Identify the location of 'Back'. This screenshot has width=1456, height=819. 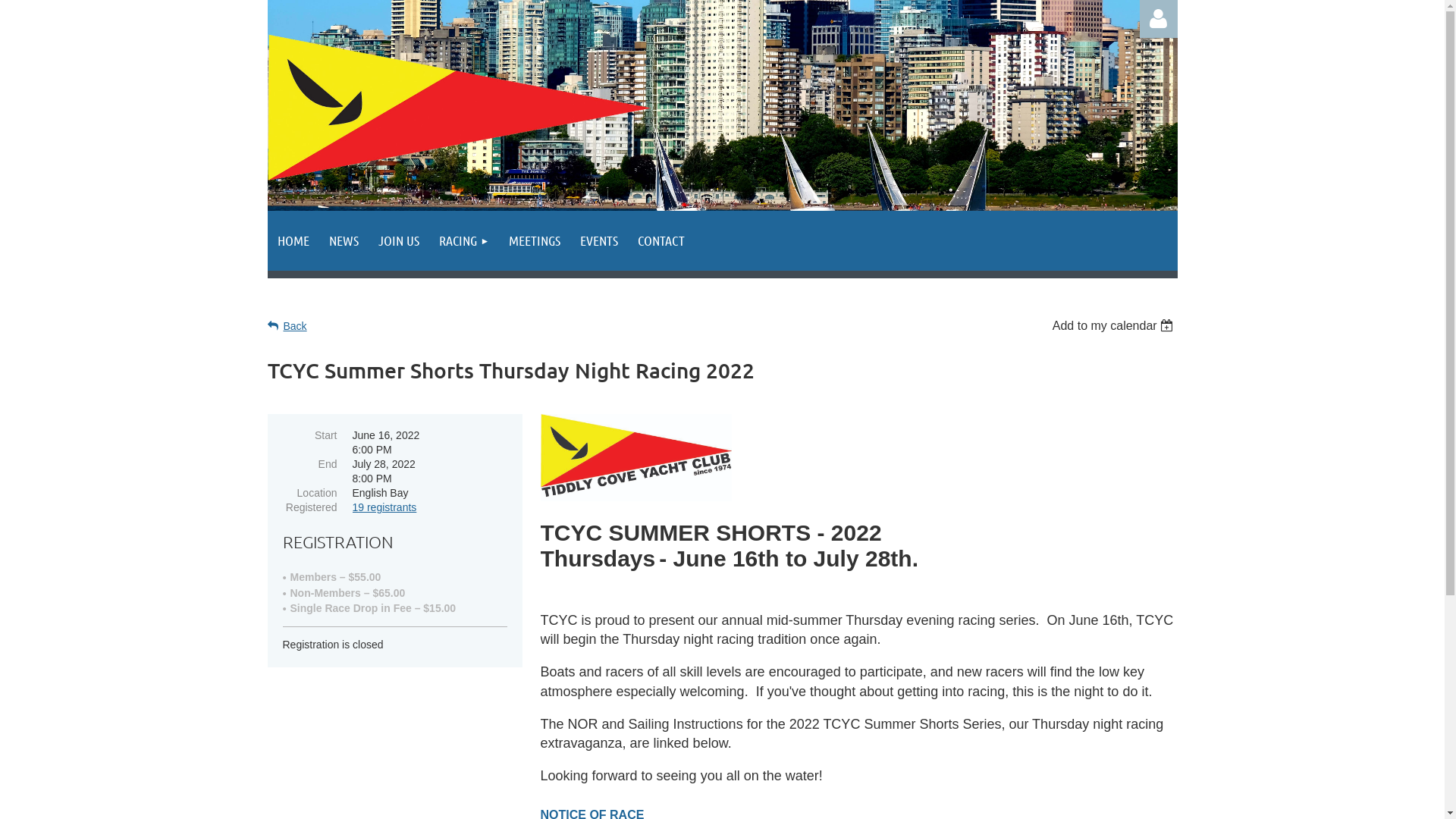
(287, 325).